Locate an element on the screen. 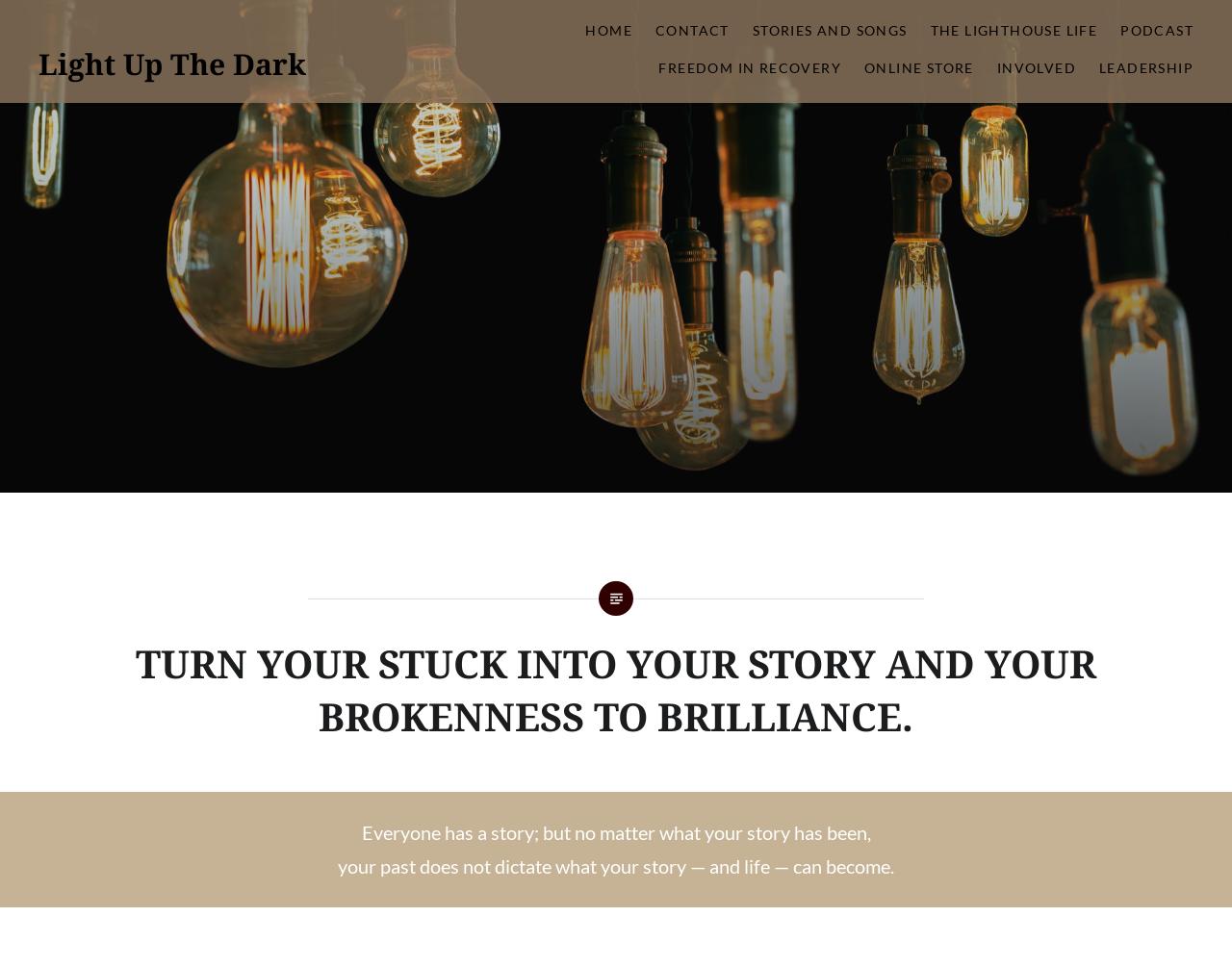  'Everyone has a story; but no matter what your story has been,' is located at coordinates (614, 831).